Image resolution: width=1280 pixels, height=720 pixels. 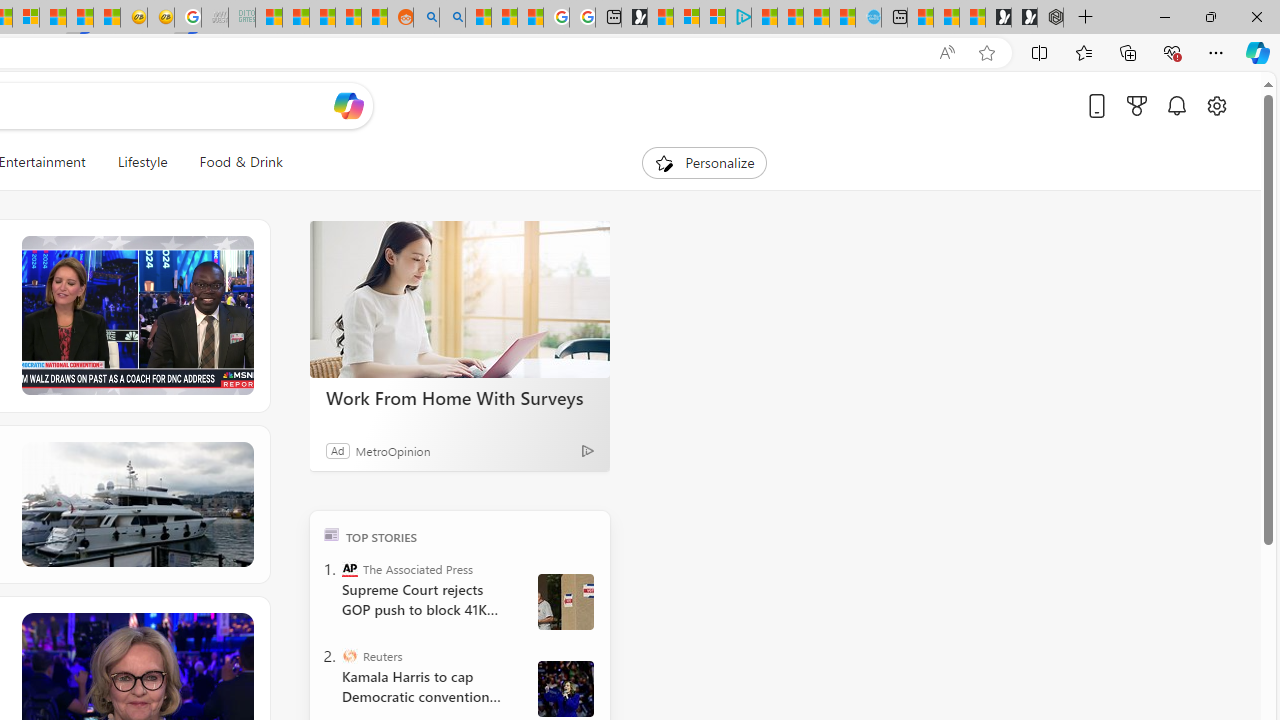 I want to click on 'Personalize', so click(x=704, y=162).